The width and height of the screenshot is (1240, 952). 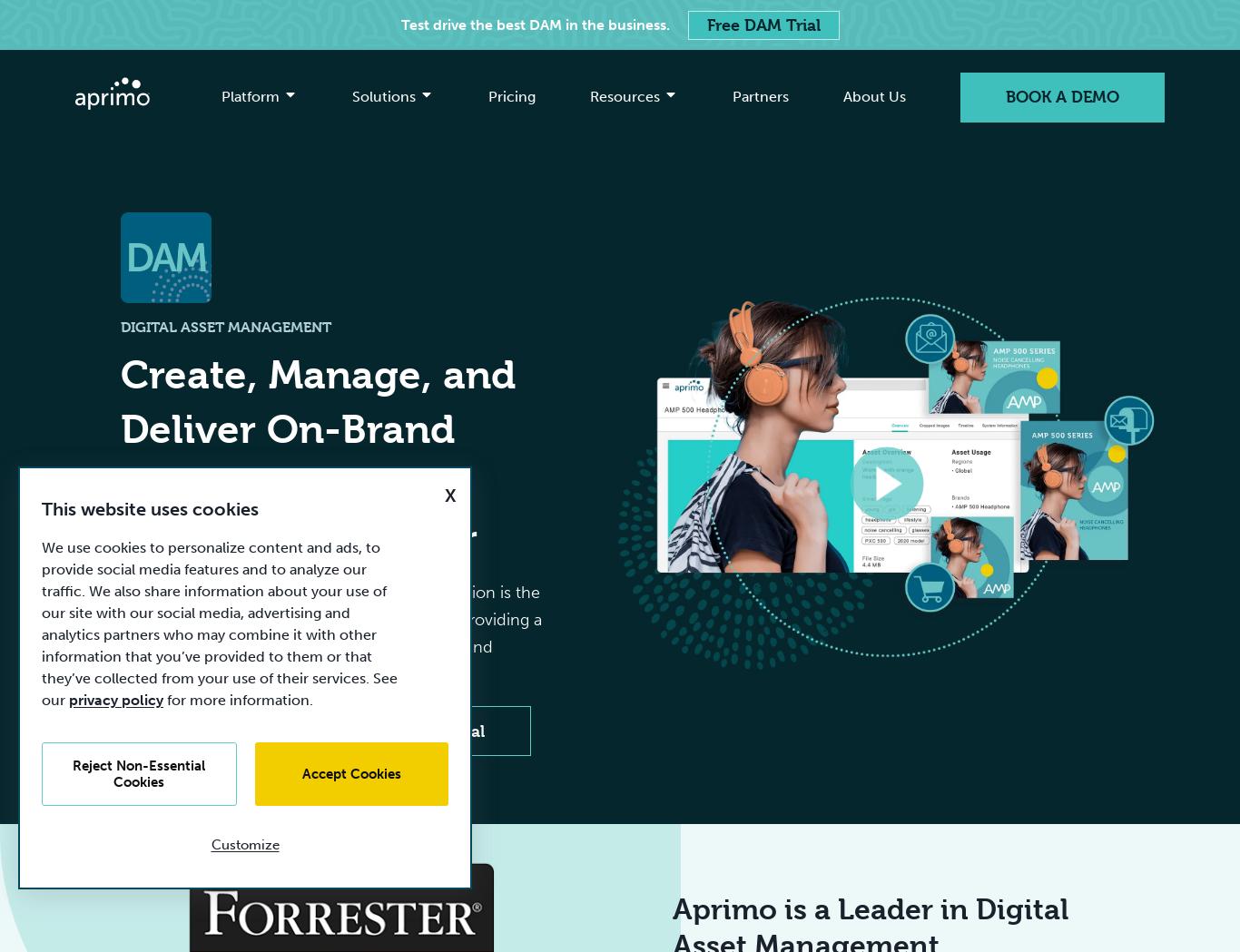 What do you see at coordinates (938, 348) in the screenshot?
I see `'Compliance & Risk'` at bounding box center [938, 348].